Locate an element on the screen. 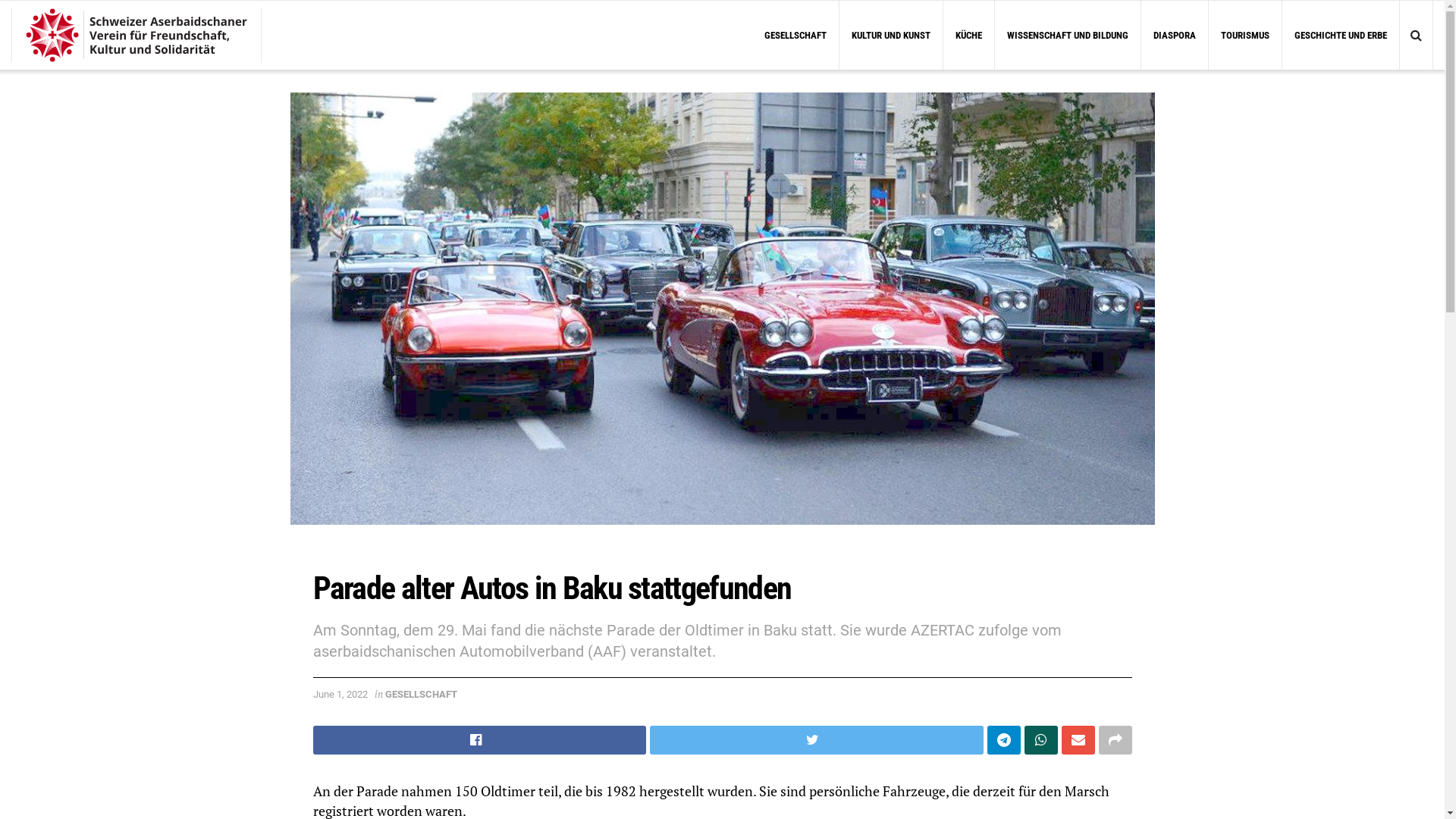 This screenshot has height=819, width=1456. 'GESELLSCHAFT' is located at coordinates (385, 694).